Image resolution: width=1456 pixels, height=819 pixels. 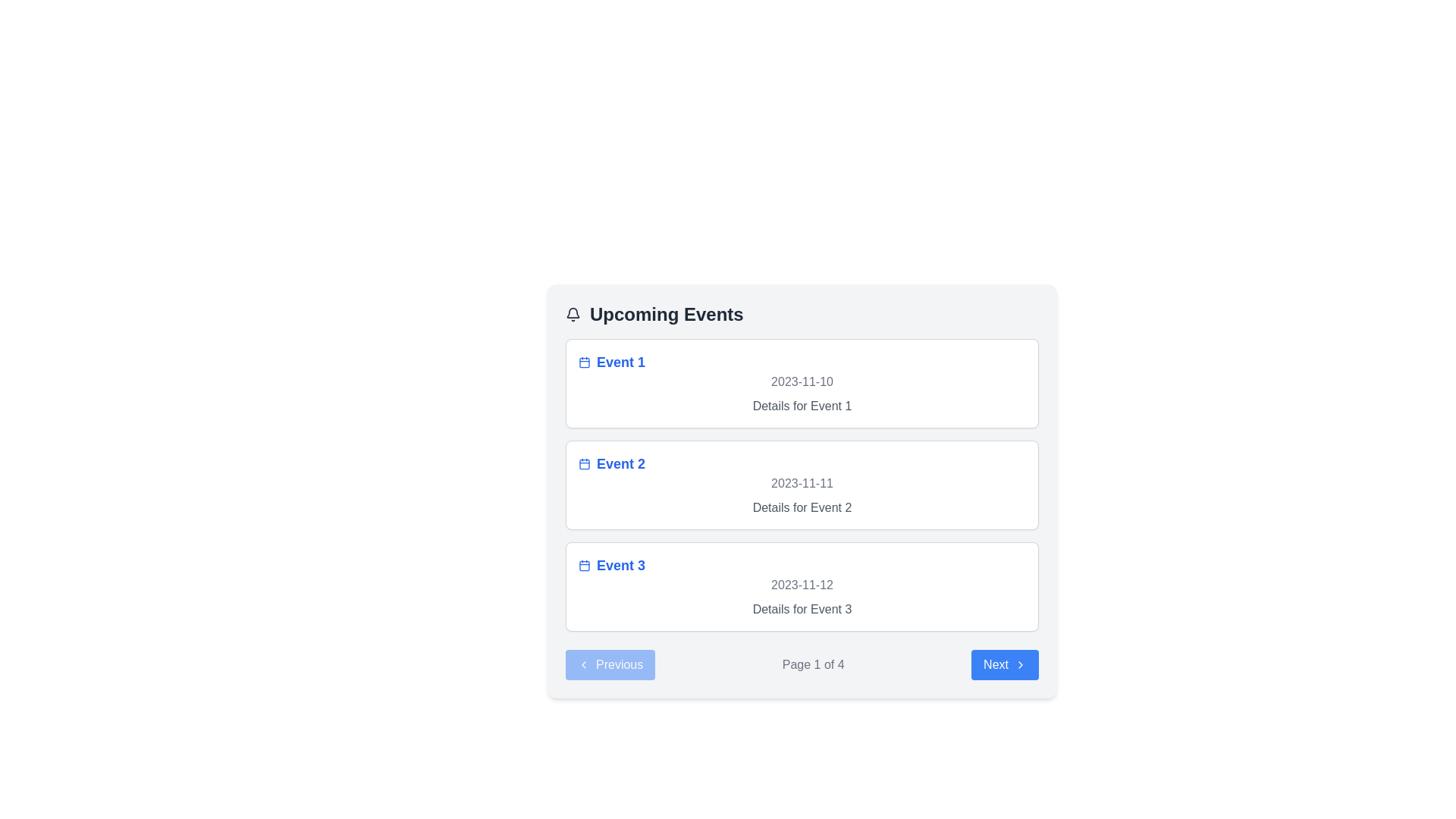 What do you see at coordinates (801, 485) in the screenshot?
I see `the Information card titled 'Event 2' which is the second card in the 'Upcoming Events' section, featuring a bold blue title, a calendar icon, a gray date, and a longer gray description` at bounding box center [801, 485].